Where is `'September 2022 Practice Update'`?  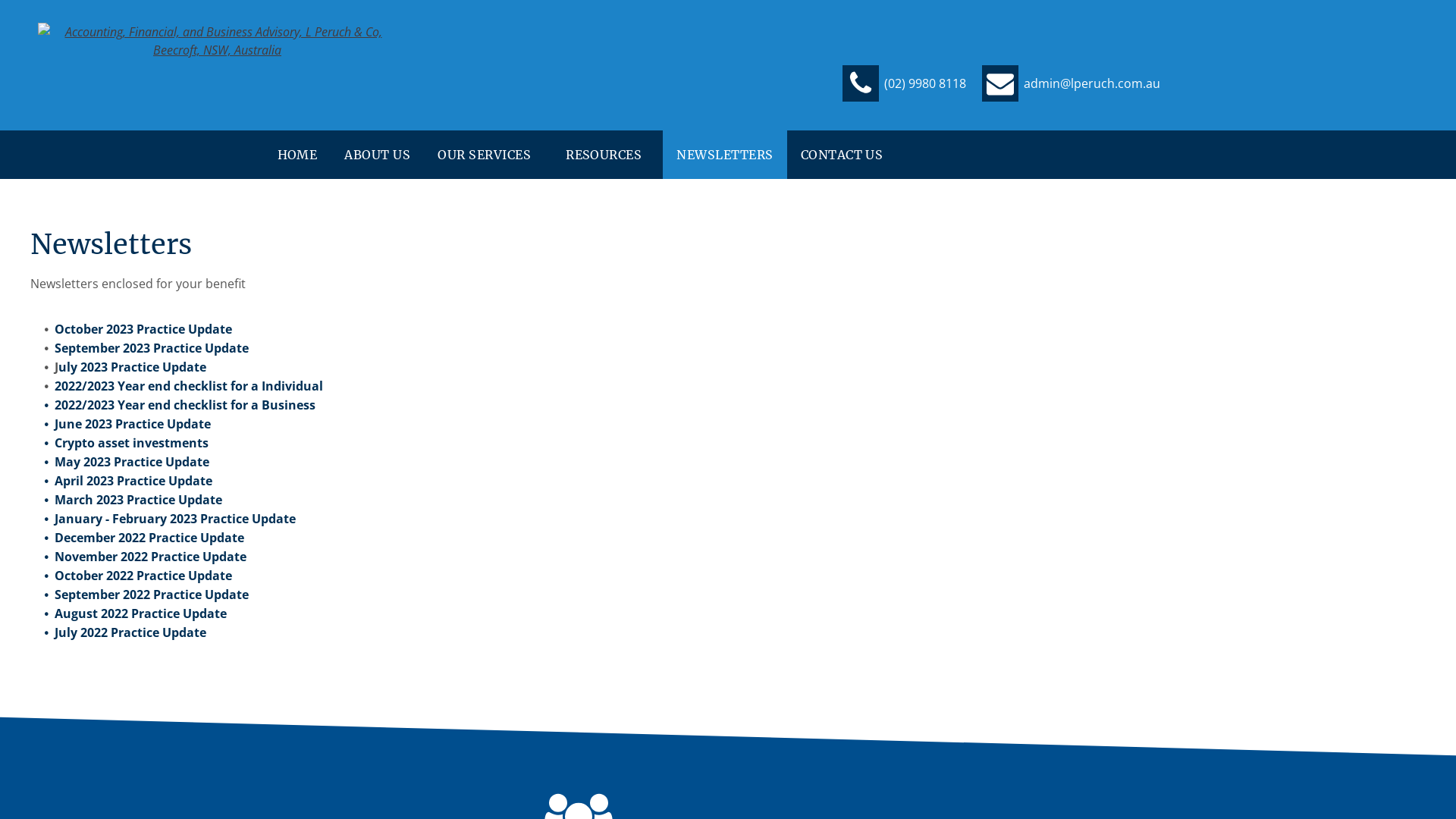 'September 2022 Practice Update' is located at coordinates (152, 593).